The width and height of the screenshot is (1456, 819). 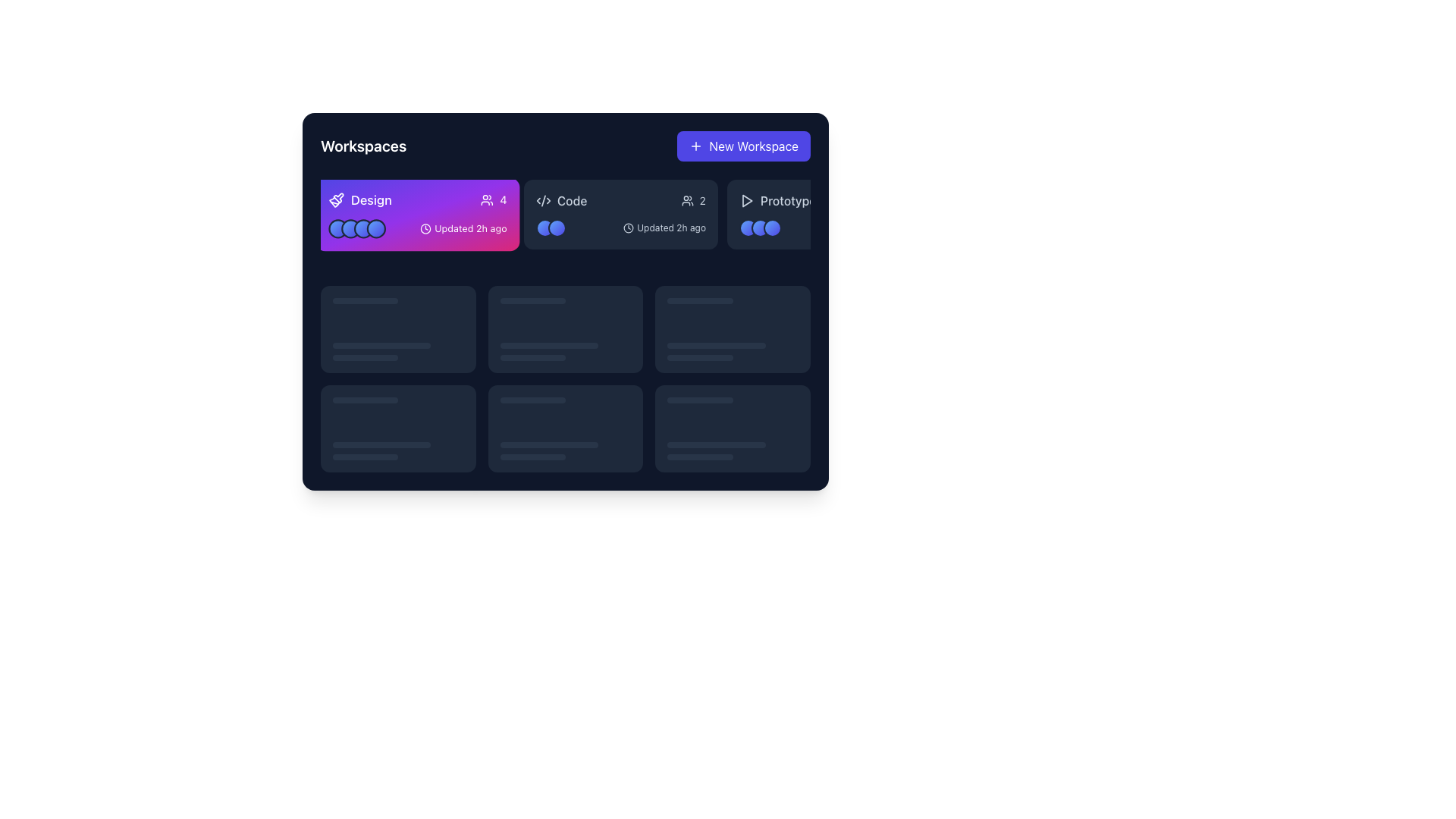 What do you see at coordinates (418, 228) in the screenshot?
I see `the text label displaying 'Updated 2h ago' which is located in the bottom-right corner of the 'Design' card` at bounding box center [418, 228].